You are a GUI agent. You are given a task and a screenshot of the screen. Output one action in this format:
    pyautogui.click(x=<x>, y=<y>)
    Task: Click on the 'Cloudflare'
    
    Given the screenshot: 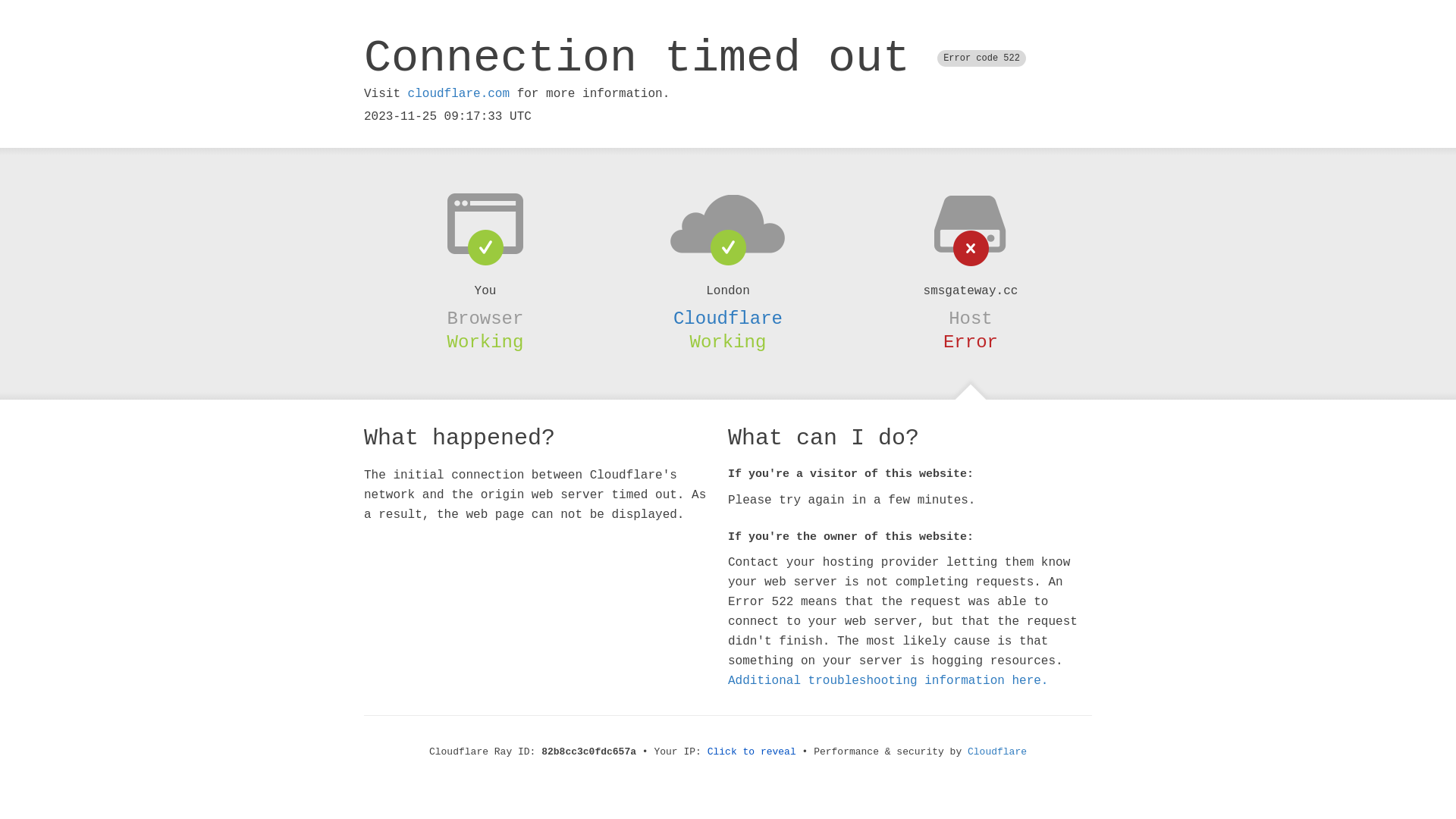 What is the action you would take?
    pyautogui.click(x=997, y=752)
    